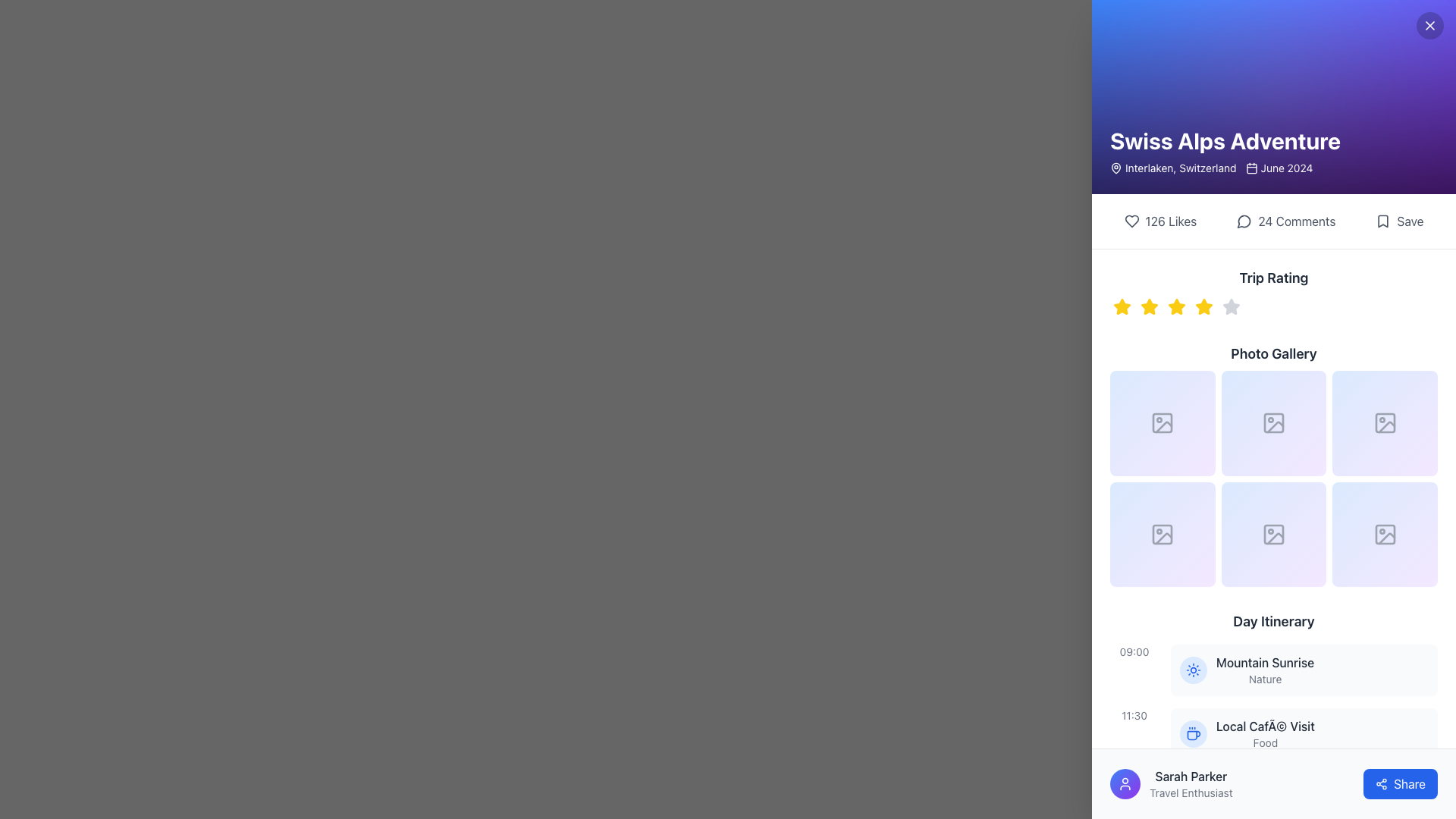 The image size is (1456, 819). Describe the element at coordinates (1265, 662) in the screenshot. I see `the text label displaying 'Mountain Sunrise', which is styled with a medium-weight font in dark gray color, located in the 'Day Itinerary' section above the 'Local Café Visit' item` at that location.